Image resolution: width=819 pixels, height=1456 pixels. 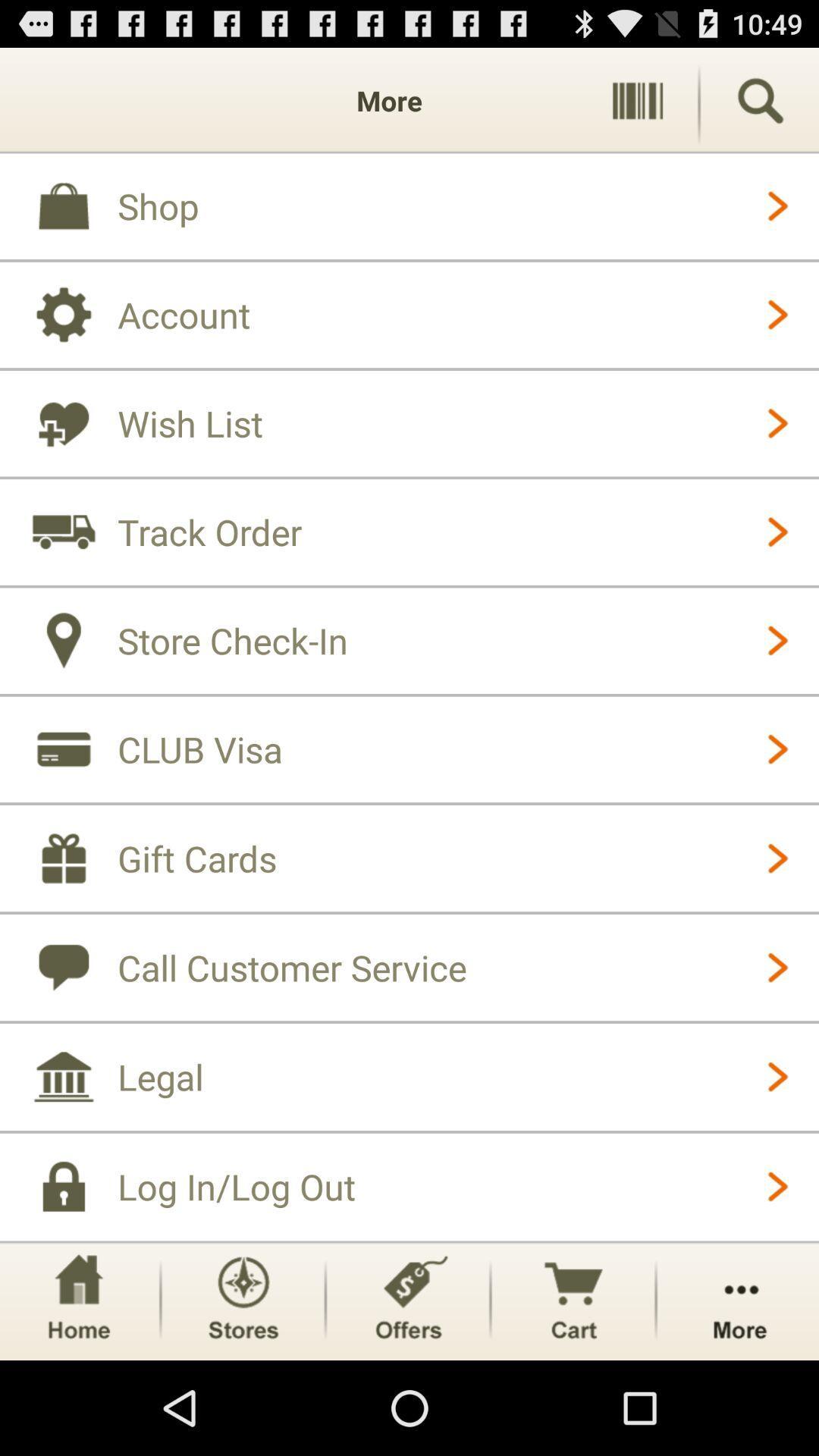 What do you see at coordinates (407, 1392) in the screenshot?
I see `the label icon` at bounding box center [407, 1392].